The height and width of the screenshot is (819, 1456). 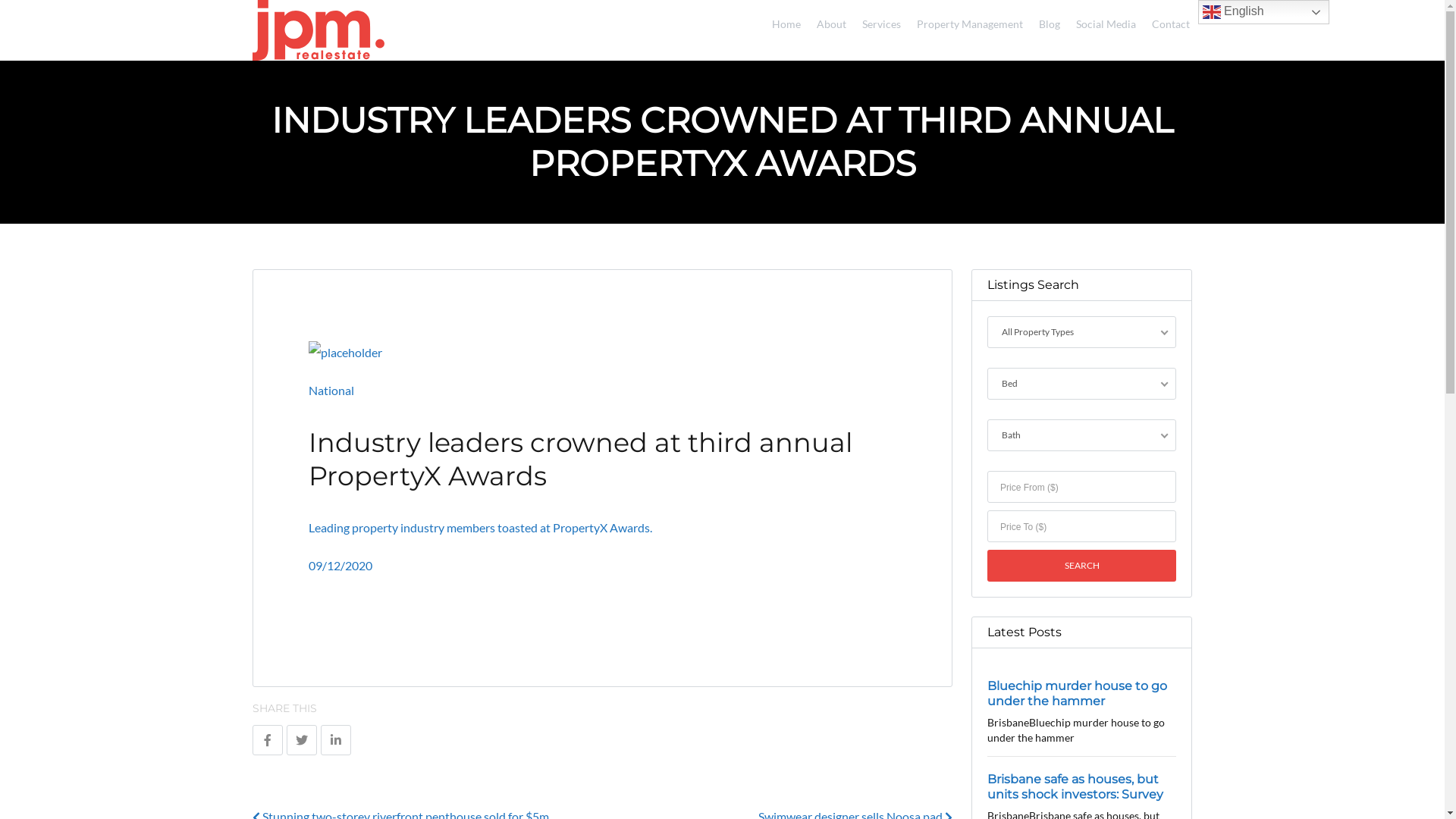 I want to click on 'English', so click(x=1197, y=11).